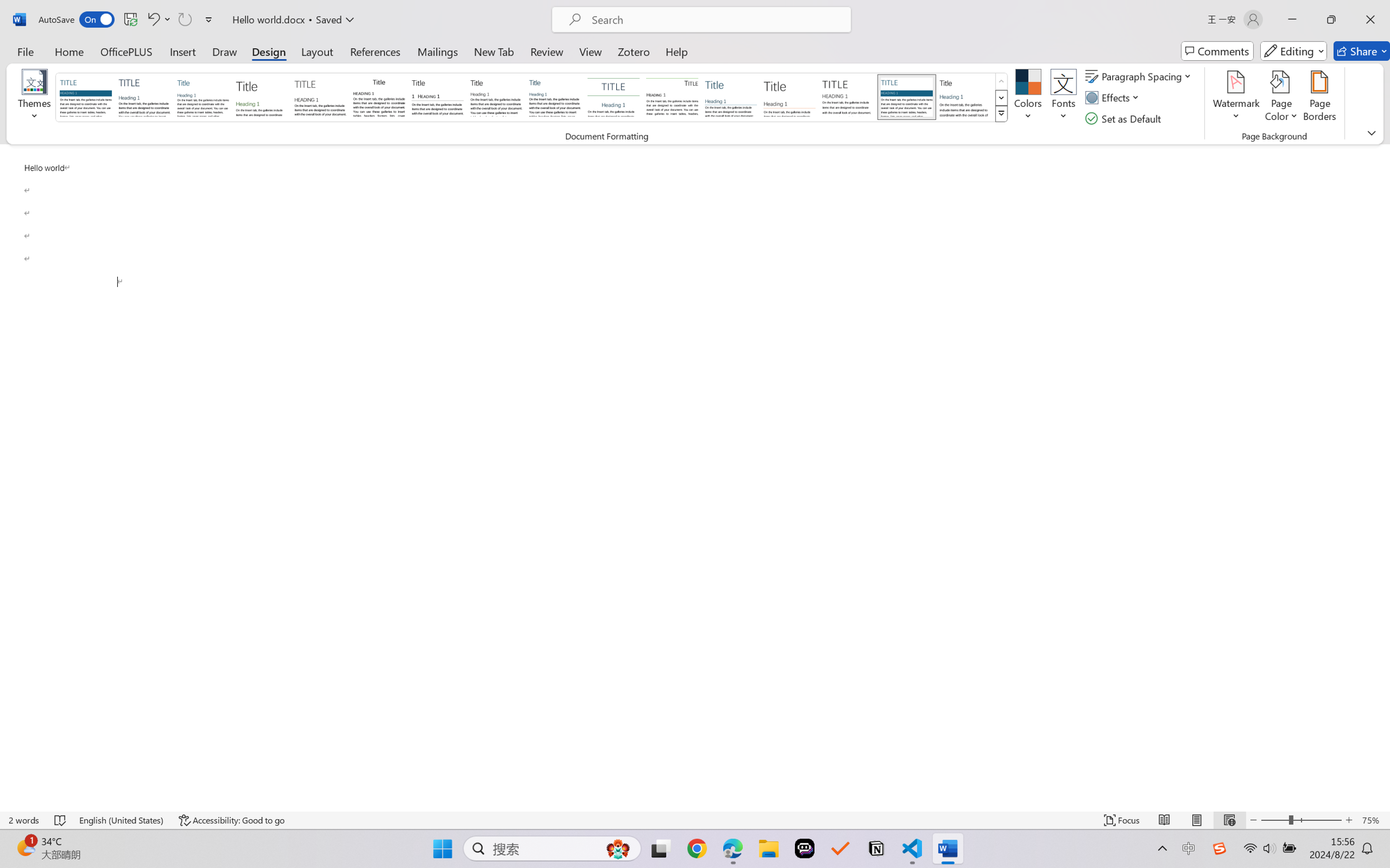 This screenshot has width=1390, height=868. What do you see at coordinates (1302, 820) in the screenshot?
I see `'Zoom'` at bounding box center [1302, 820].